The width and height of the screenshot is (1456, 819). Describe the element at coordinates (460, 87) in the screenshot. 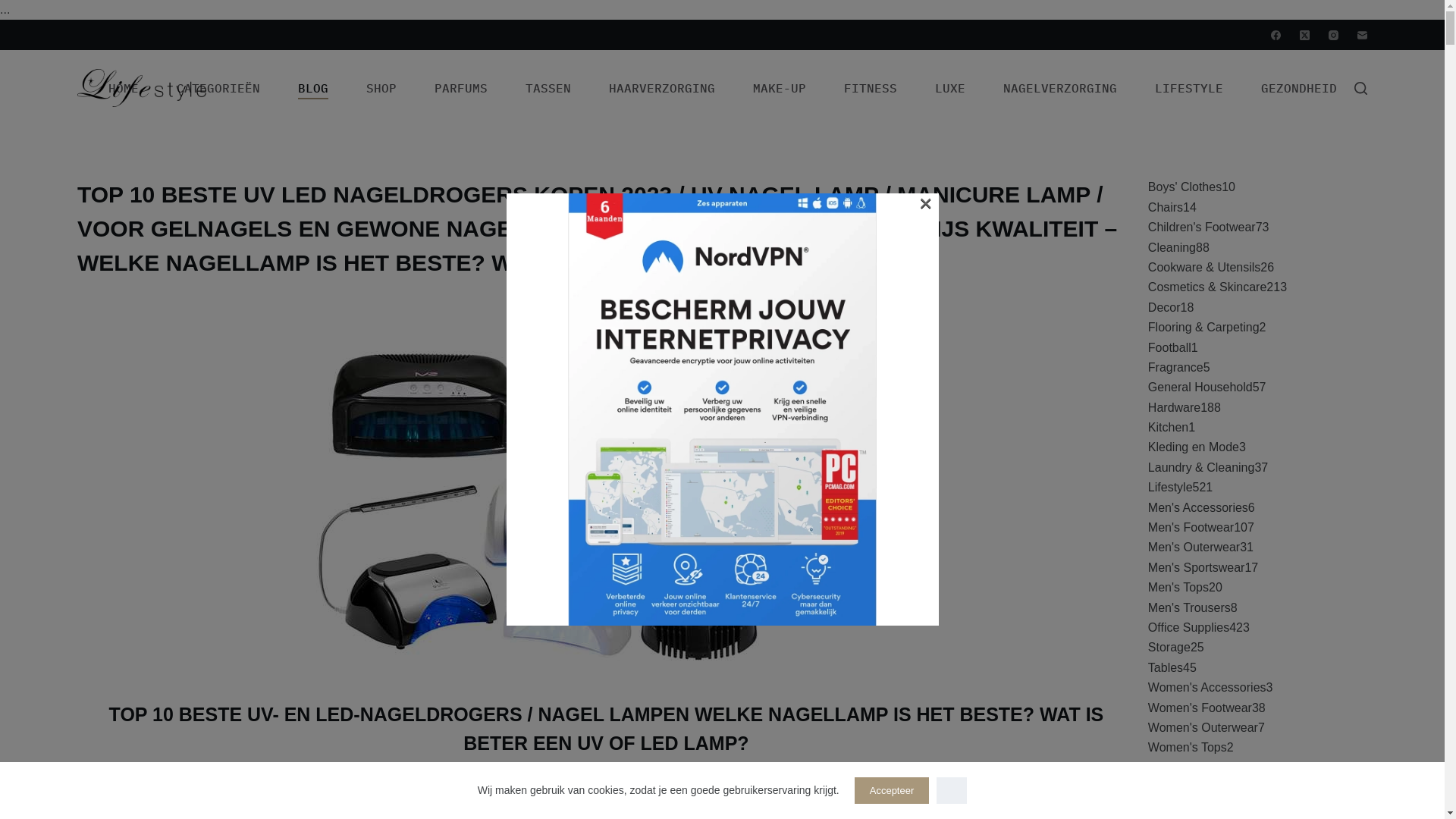

I see `'PARFUMS'` at that location.